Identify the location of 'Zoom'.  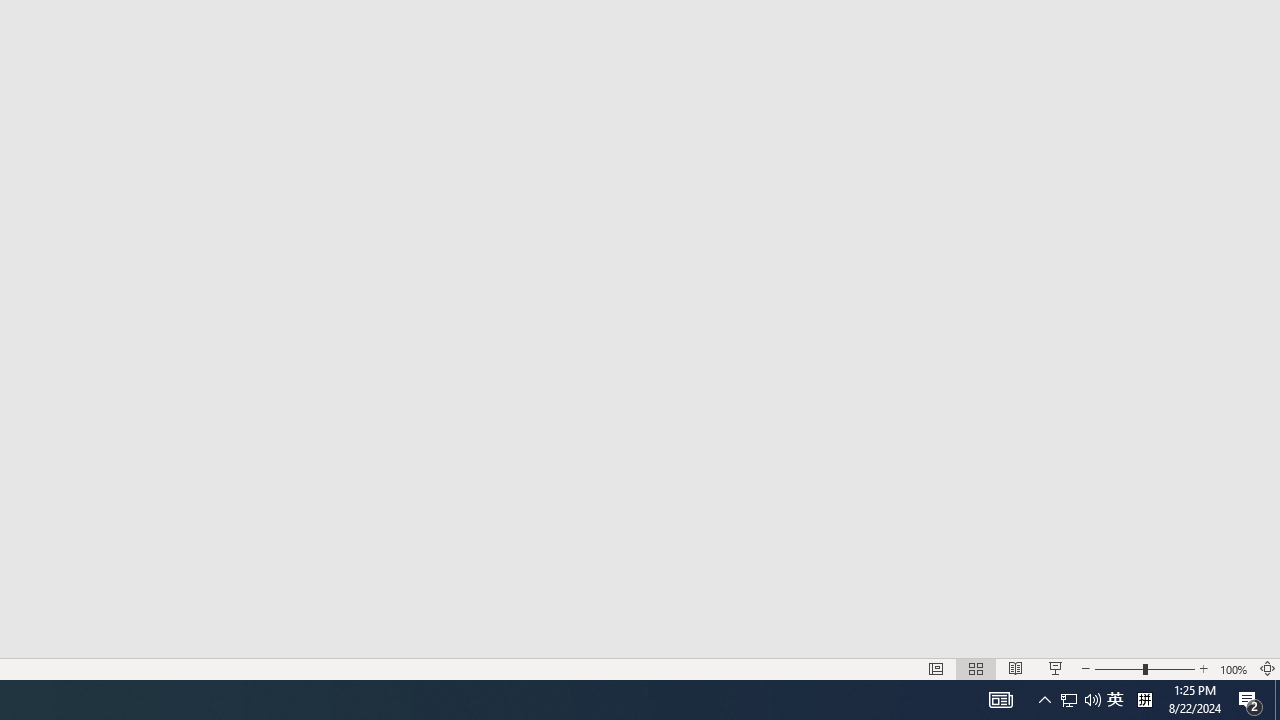
(1144, 669).